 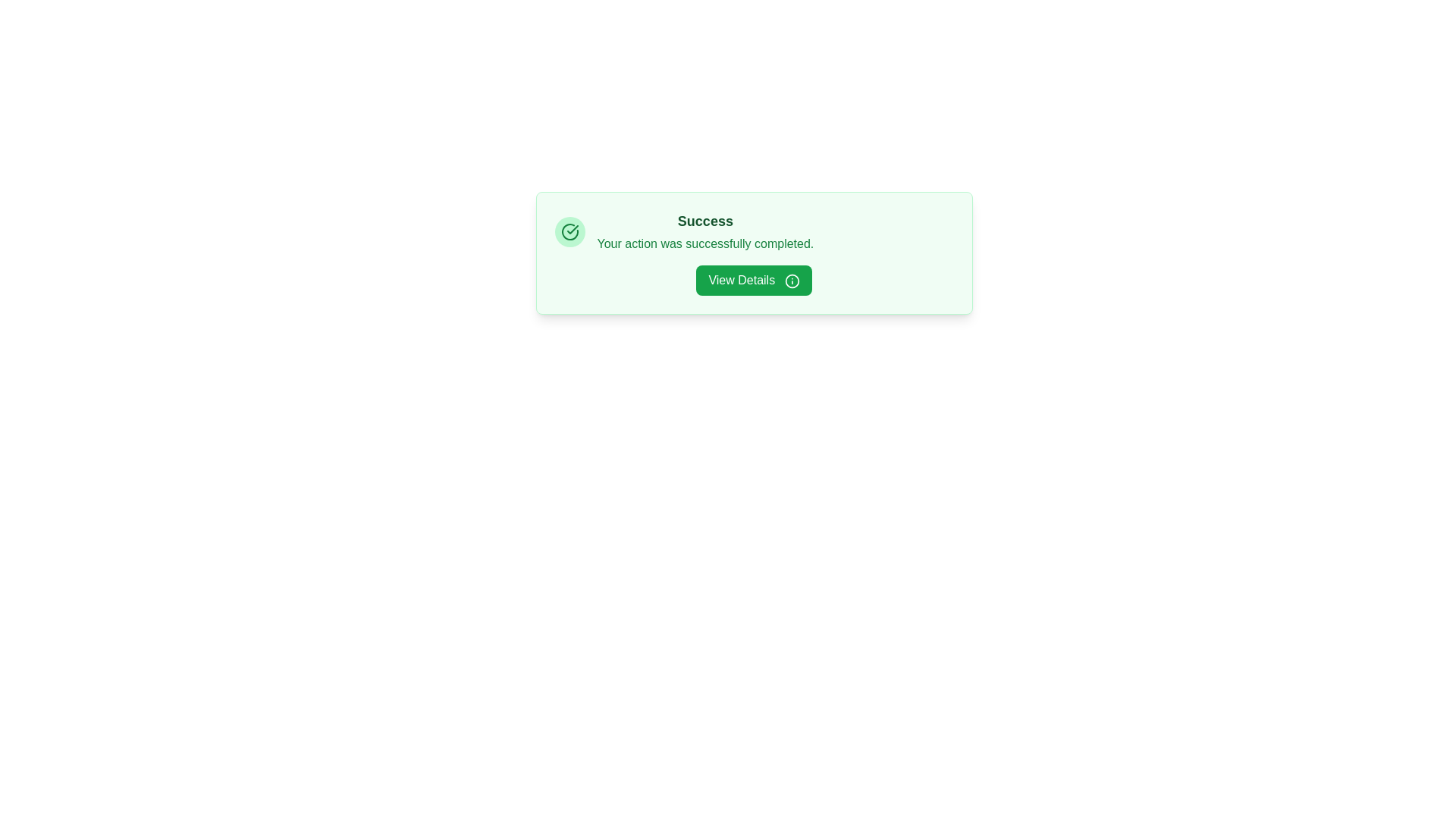 What do you see at coordinates (754, 231) in the screenshot?
I see `the text 'Success Your action was successfully completed.' to highlight it` at bounding box center [754, 231].